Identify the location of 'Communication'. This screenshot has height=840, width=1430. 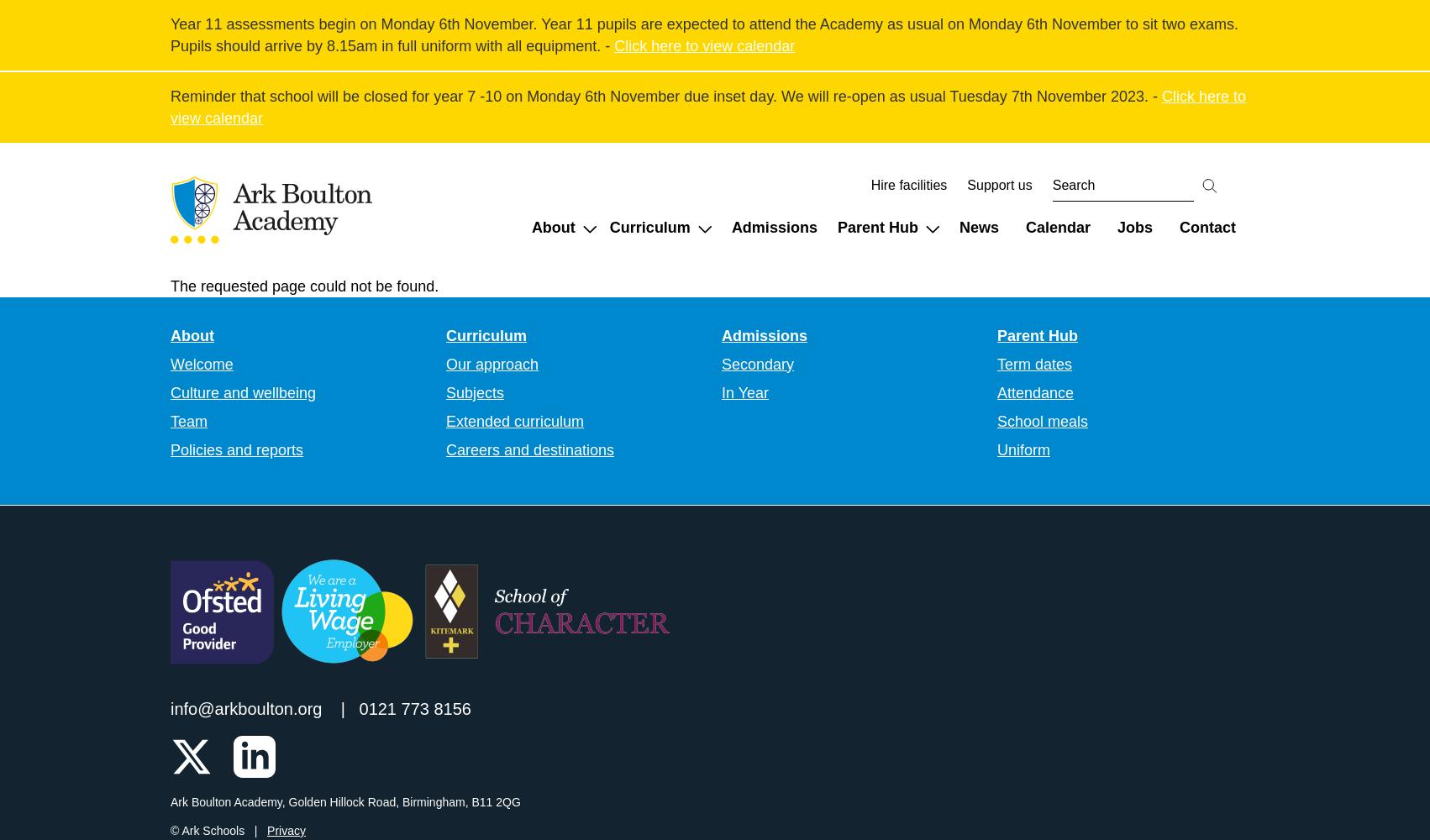
(1070, 281).